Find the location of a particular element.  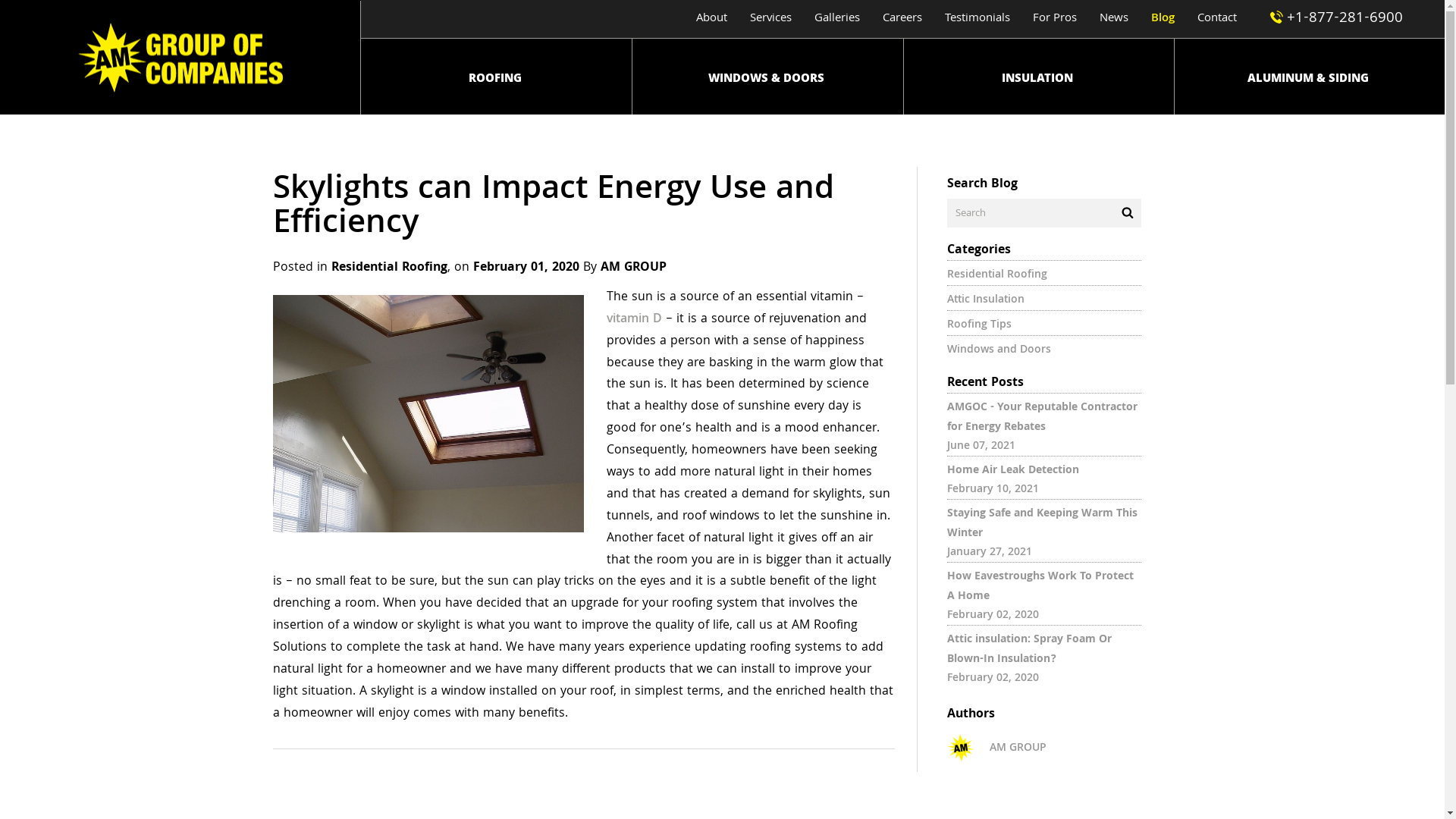

'Services' is located at coordinates (739, 18).